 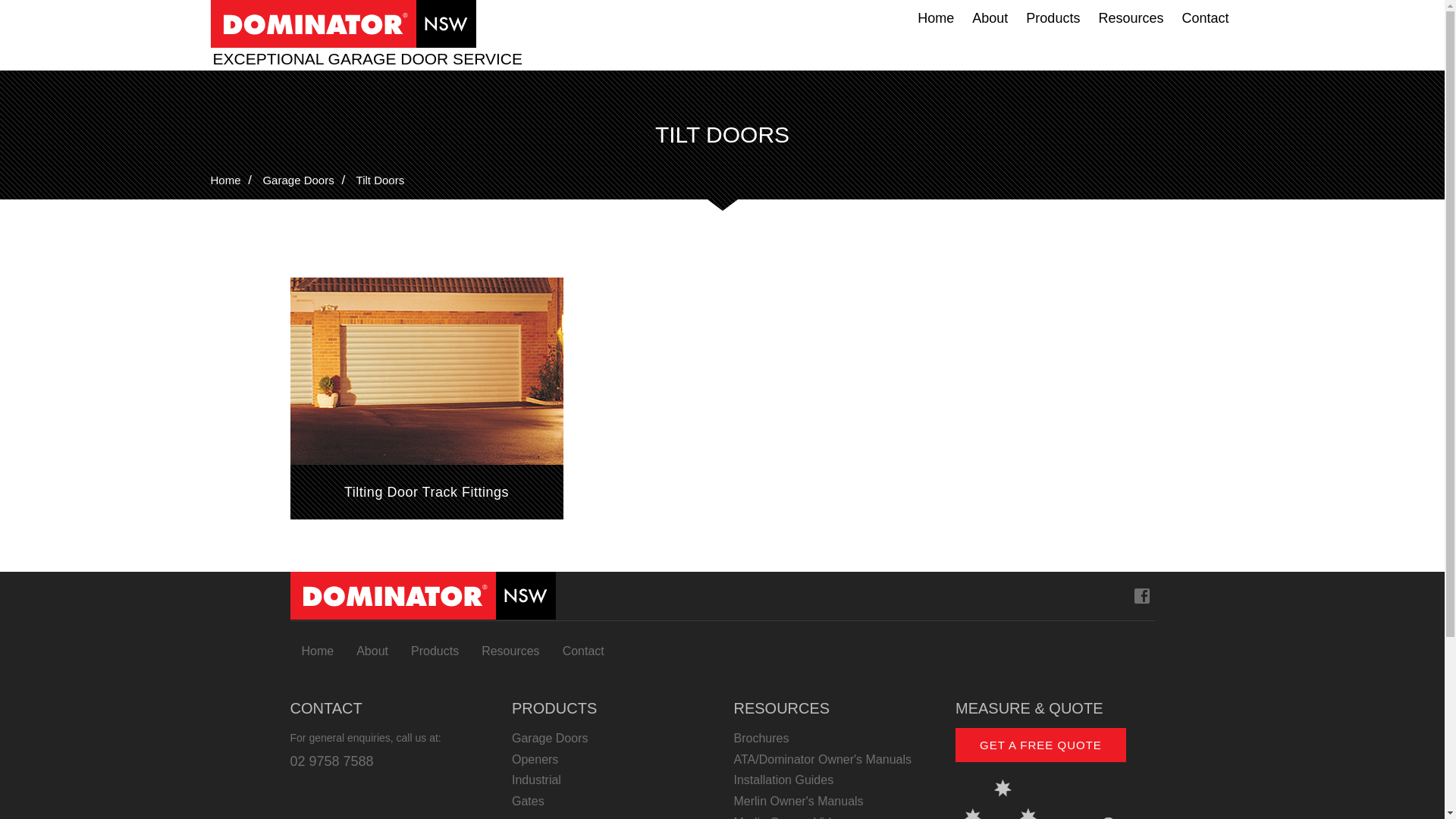 What do you see at coordinates (316, 651) in the screenshot?
I see `'Home'` at bounding box center [316, 651].